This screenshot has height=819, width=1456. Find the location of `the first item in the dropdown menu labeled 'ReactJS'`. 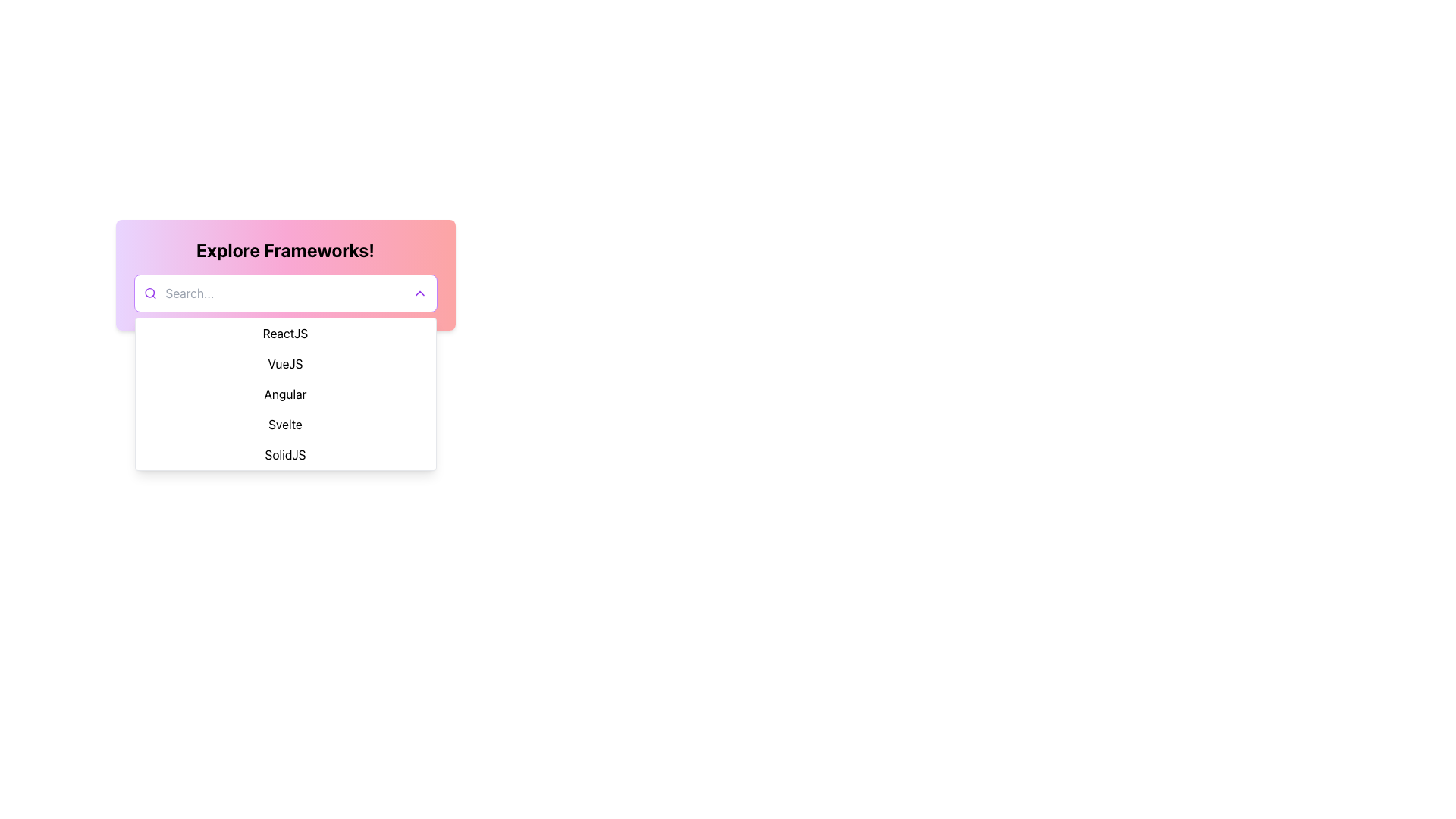

the first item in the dropdown menu labeled 'ReactJS' is located at coordinates (285, 332).